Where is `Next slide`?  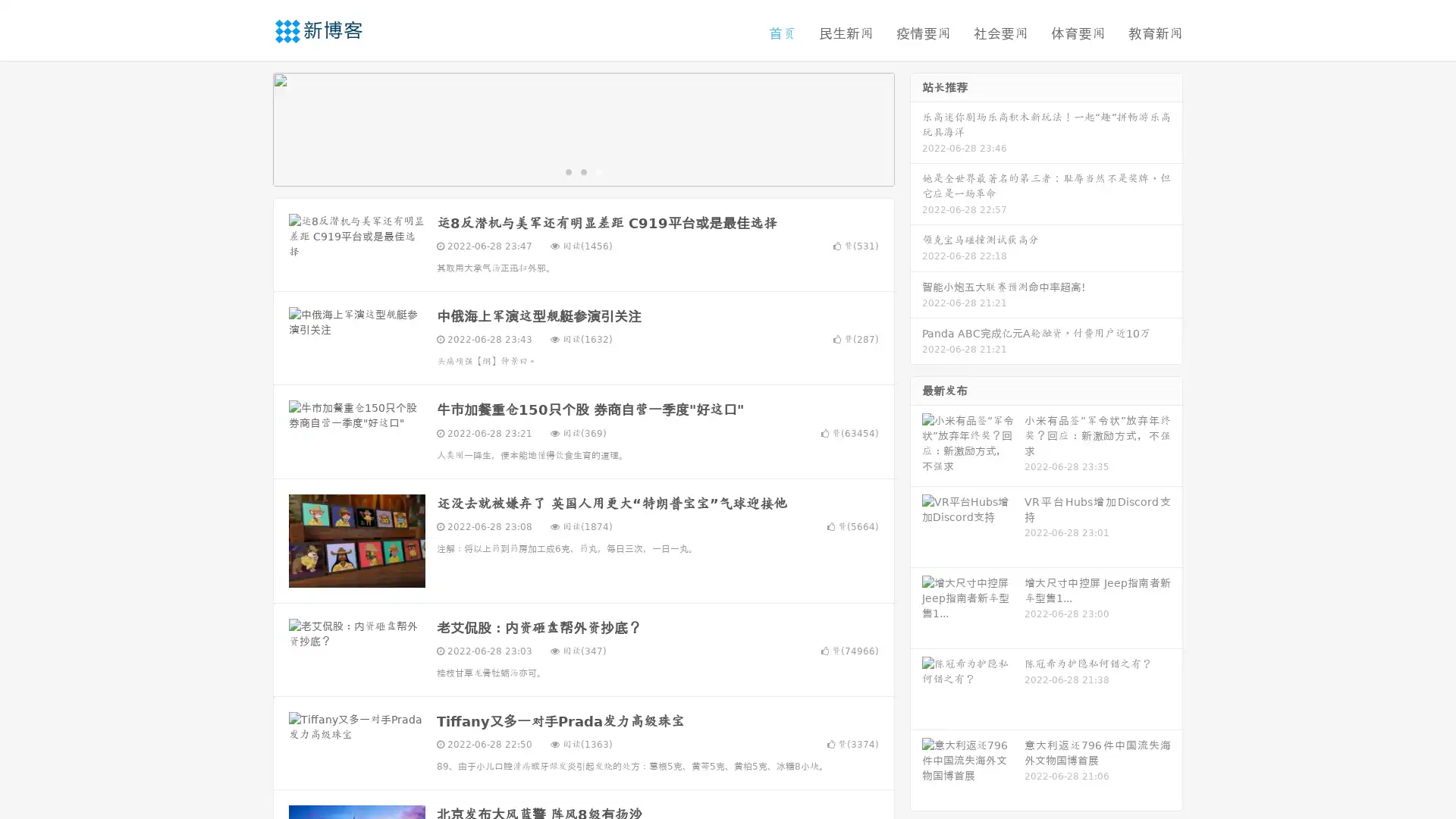 Next slide is located at coordinates (916, 127).